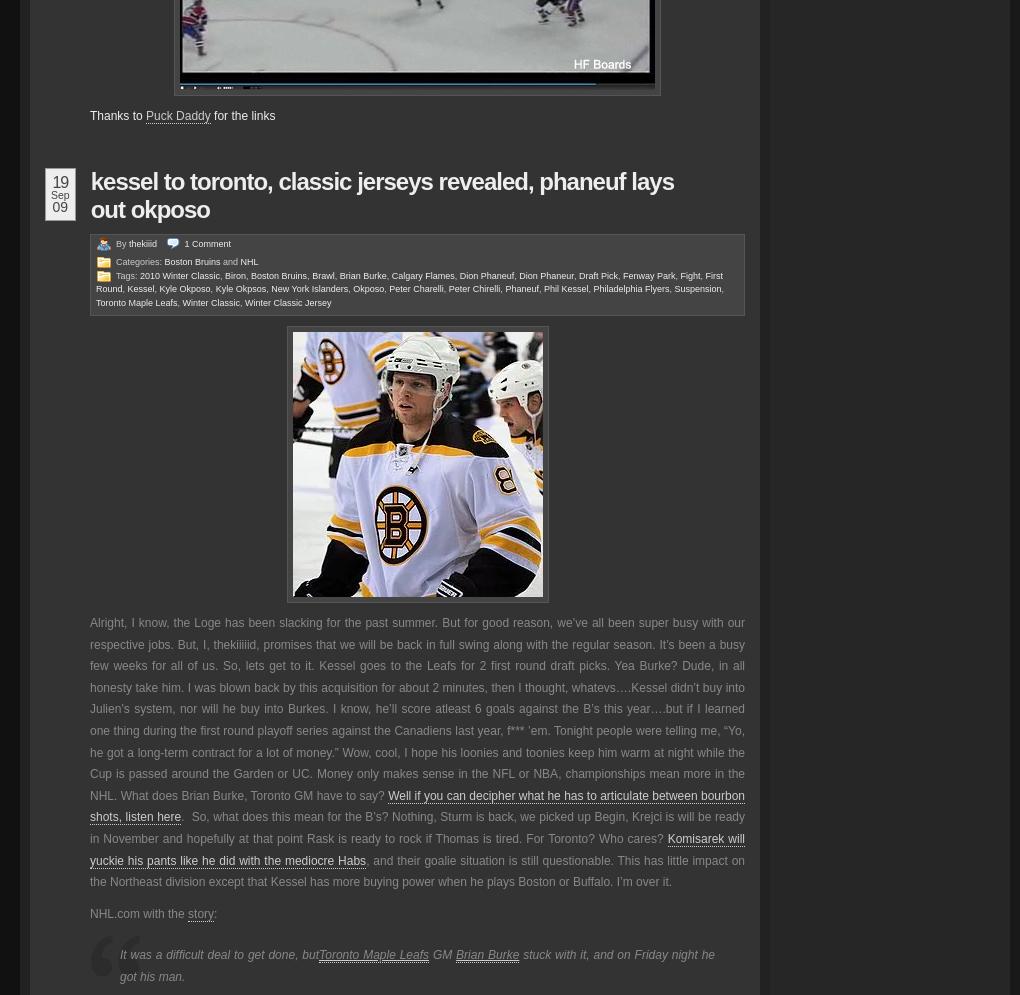 This screenshot has height=995, width=1020. Describe the element at coordinates (128, 274) in the screenshot. I see `'Tags:'` at that location.